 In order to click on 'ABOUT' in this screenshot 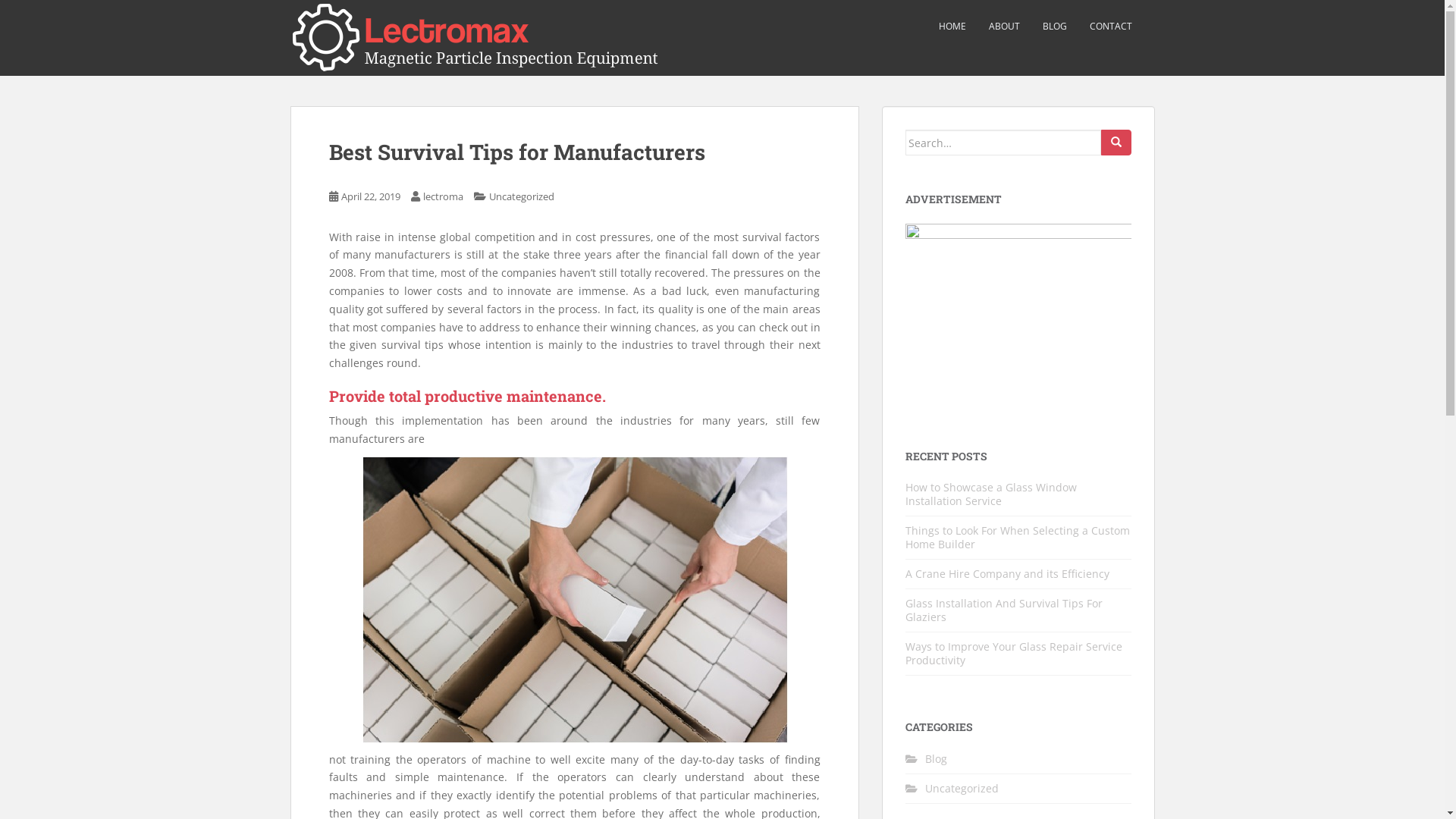, I will do `click(1004, 26)`.